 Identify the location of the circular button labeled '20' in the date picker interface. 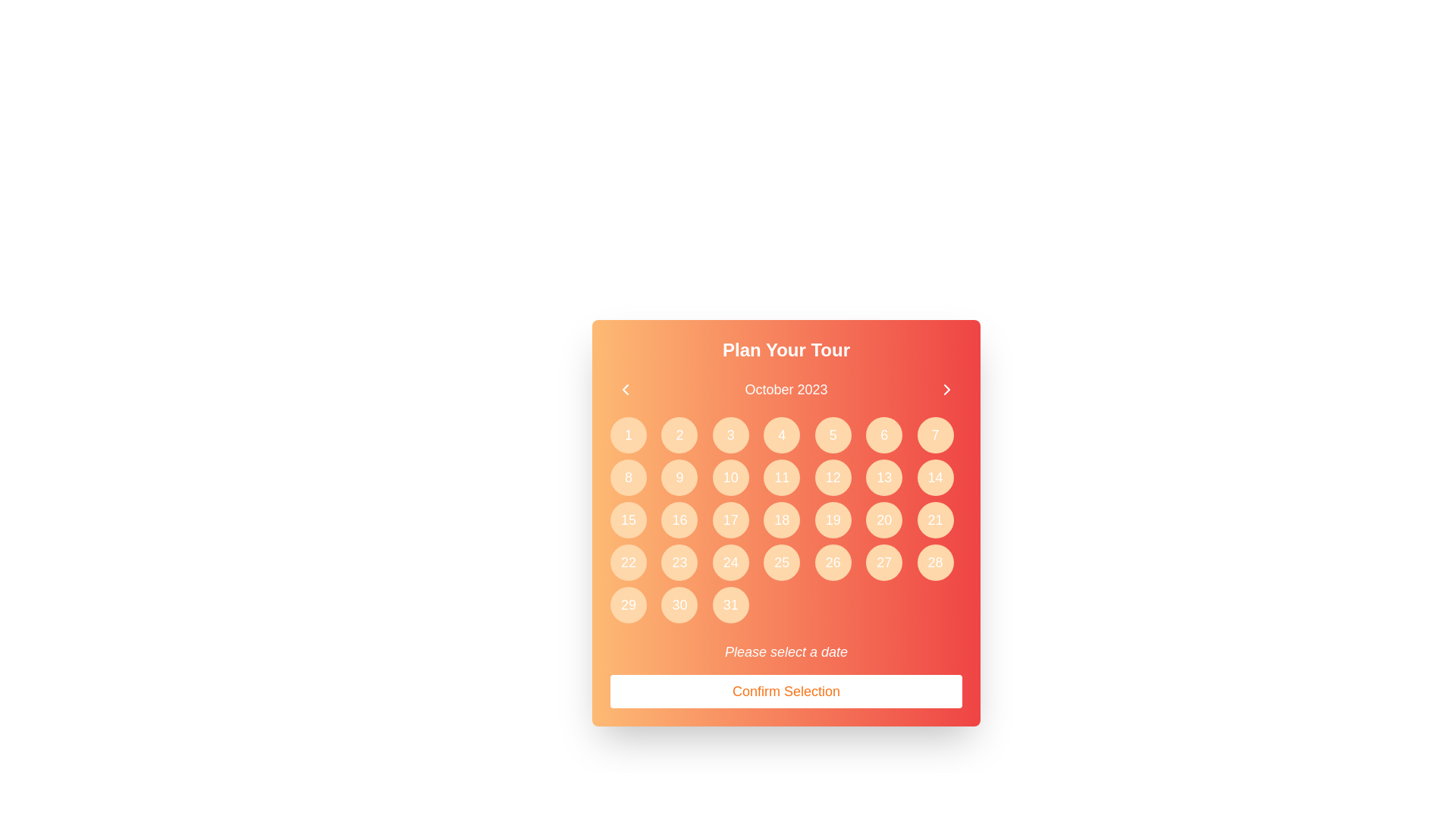
(884, 519).